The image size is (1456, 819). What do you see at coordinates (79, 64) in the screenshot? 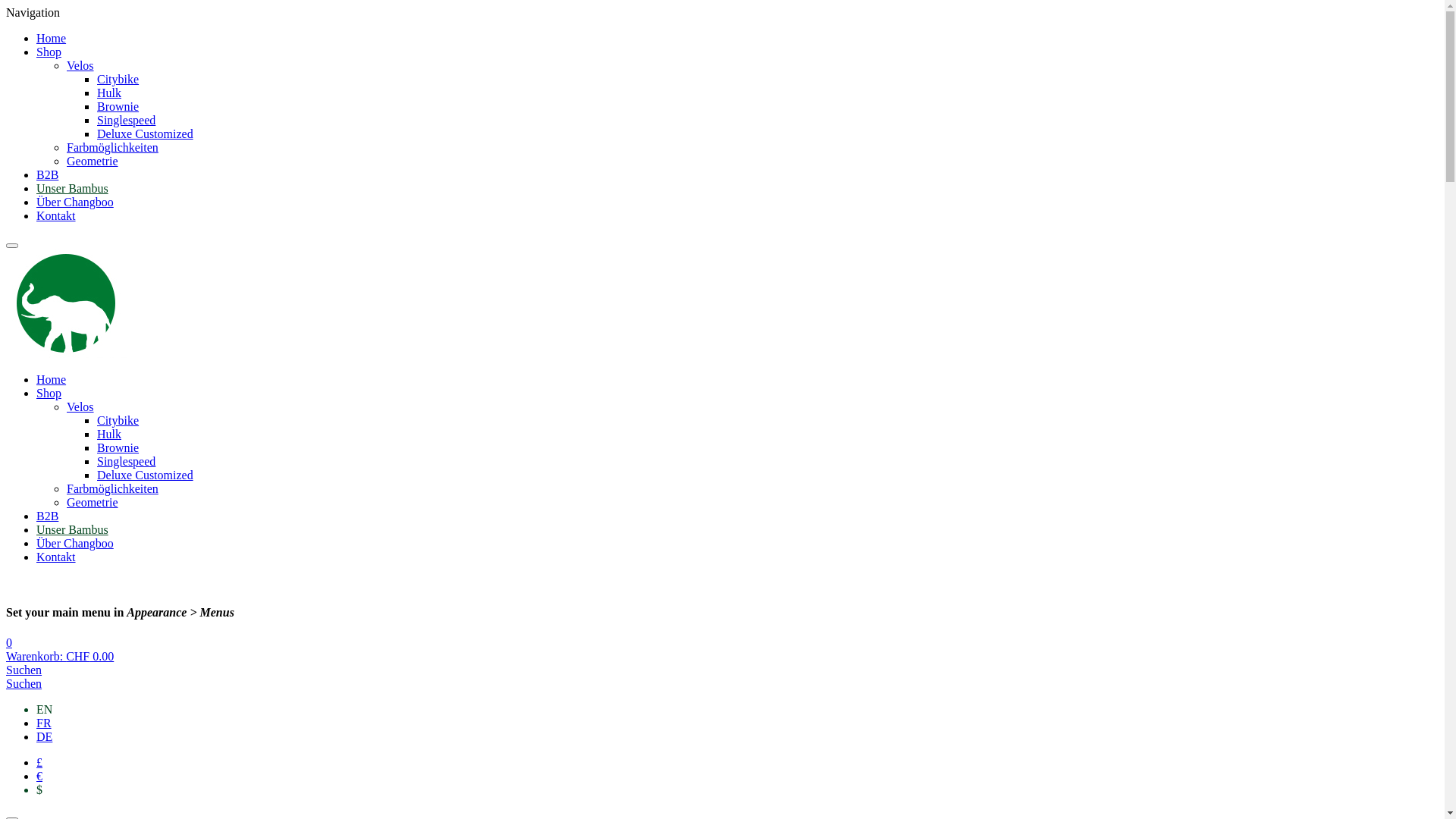
I see `'Velos'` at bounding box center [79, 64].